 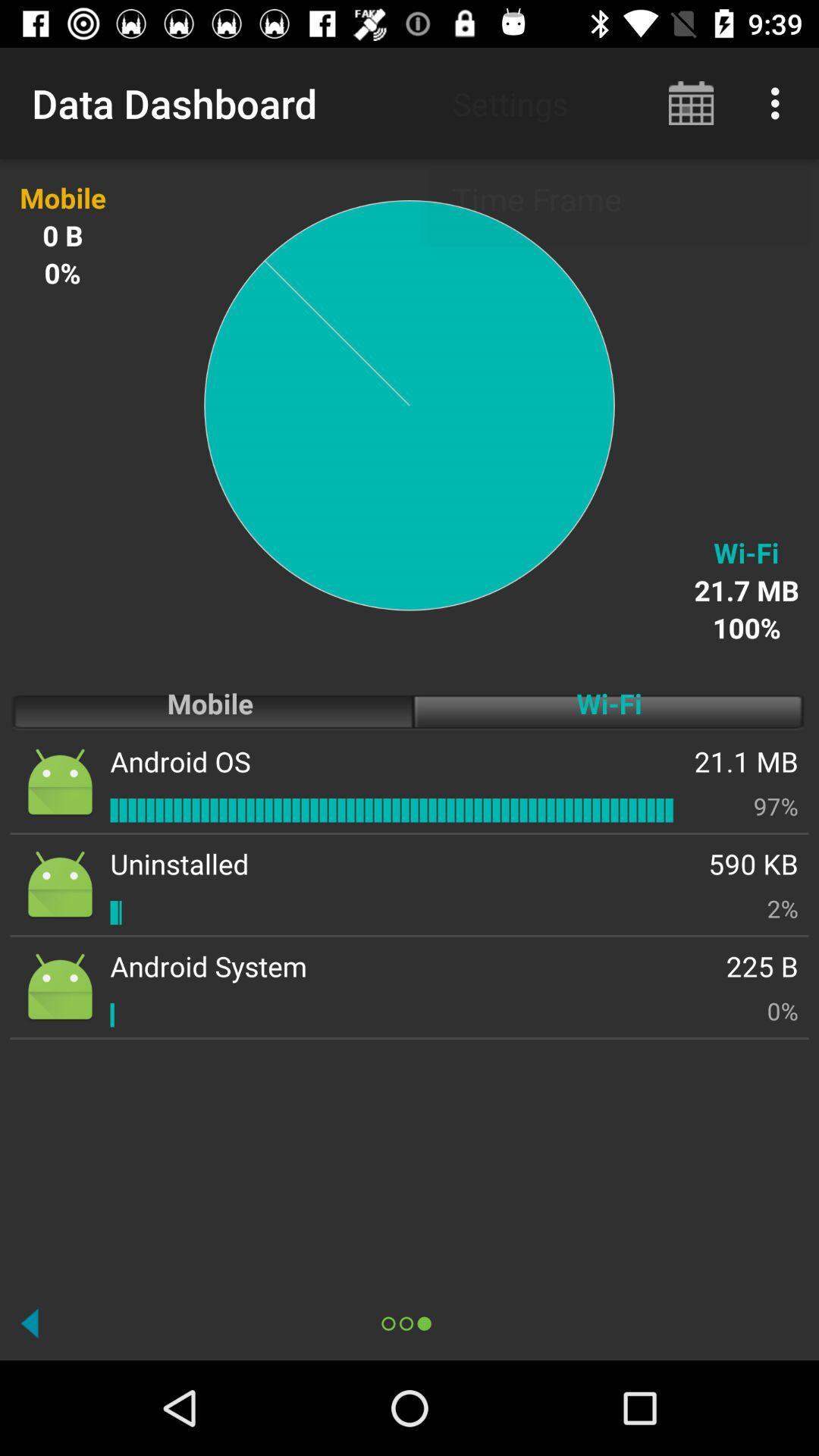 What do you see at coordinates (783, 908) in the screenshot?
I see `app next to uninstalled icon` at bounding box center [783, 908].